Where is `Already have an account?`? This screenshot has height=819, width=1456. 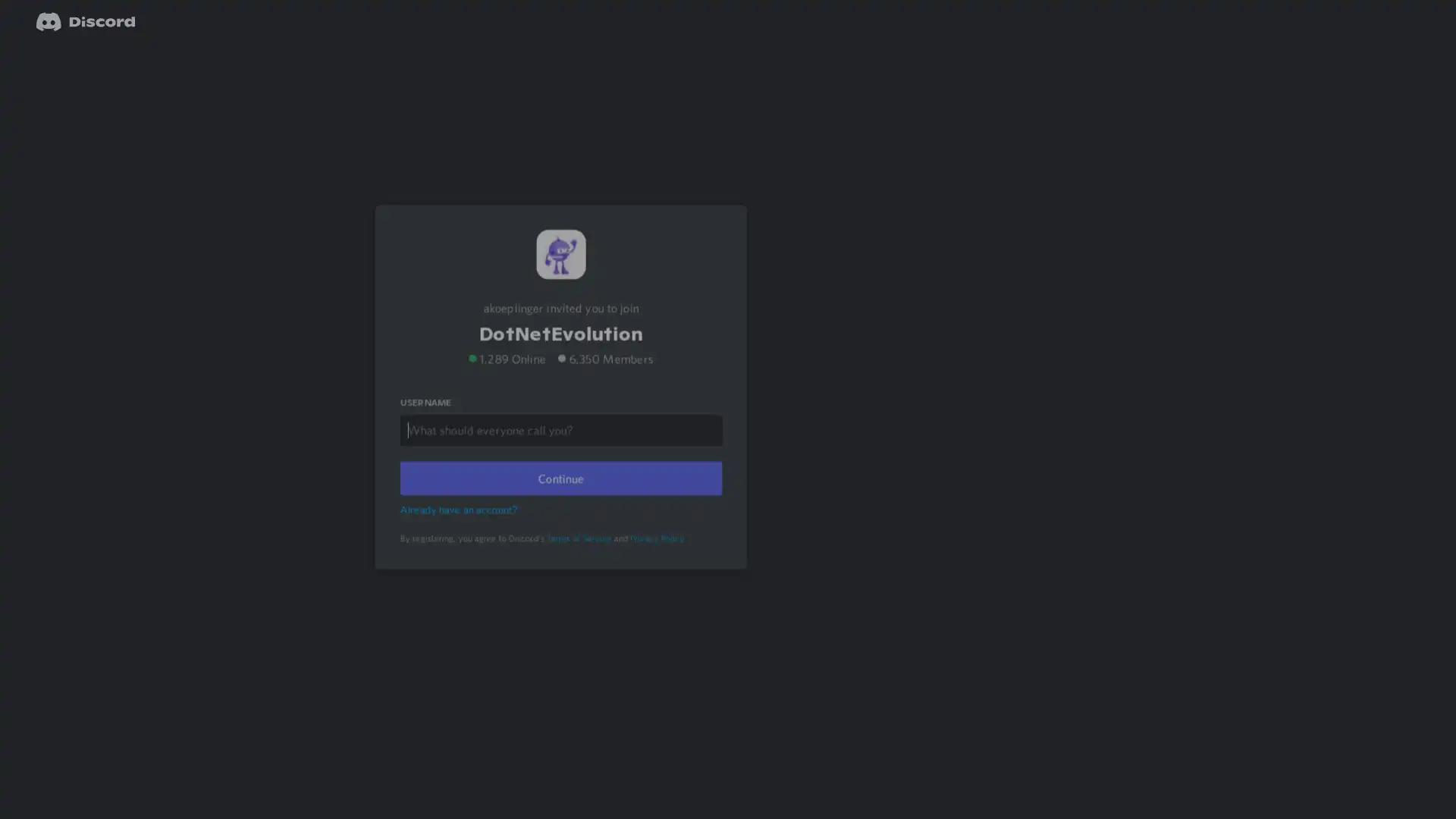
Already have an account? is located at coordinates (460, 528).